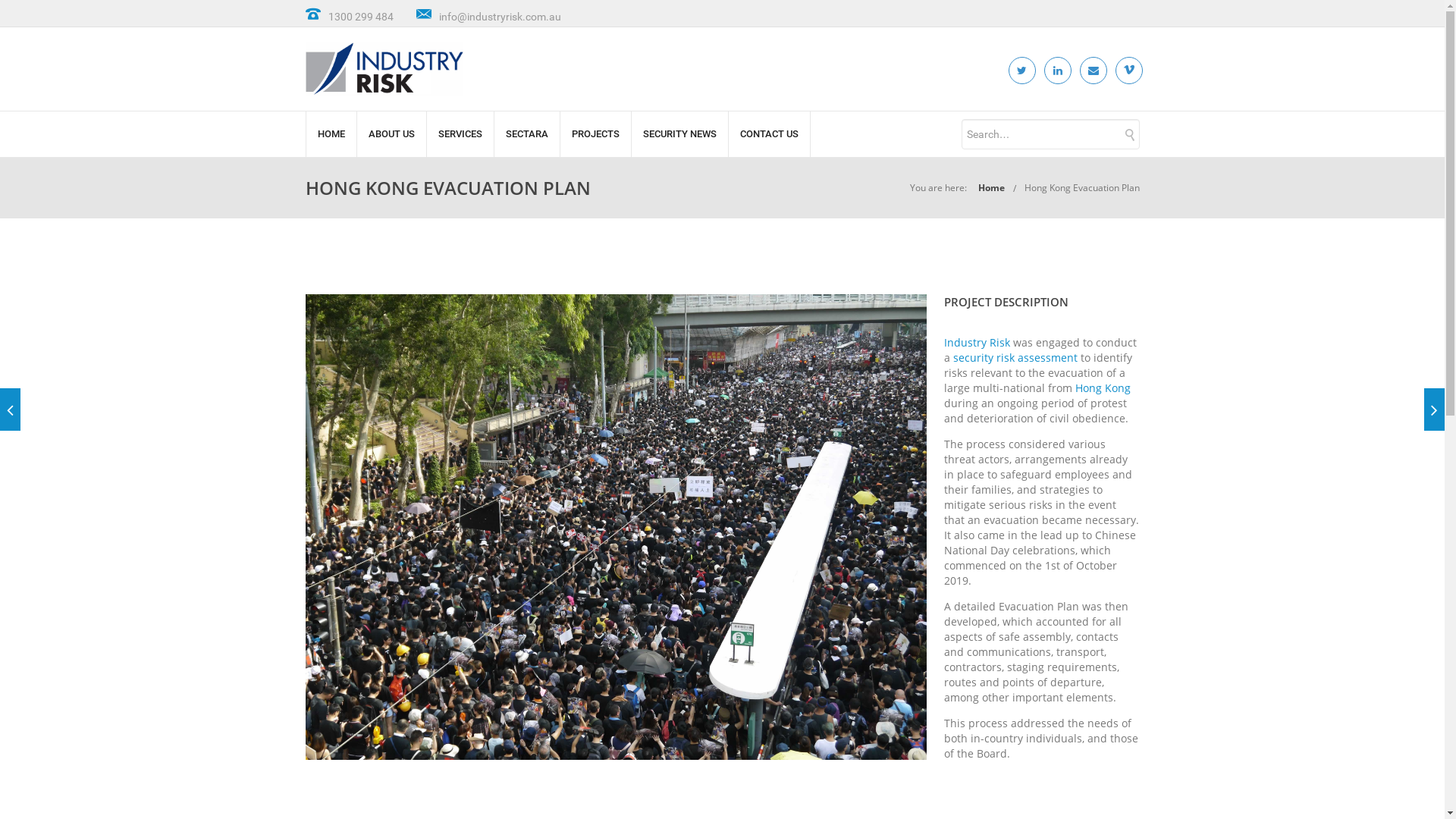 This screenshot has height=819, width=1456. What do you see at coordinates (330, 133) in the screenshot?
I see `'HOME'` at bounding box center [330, 133].